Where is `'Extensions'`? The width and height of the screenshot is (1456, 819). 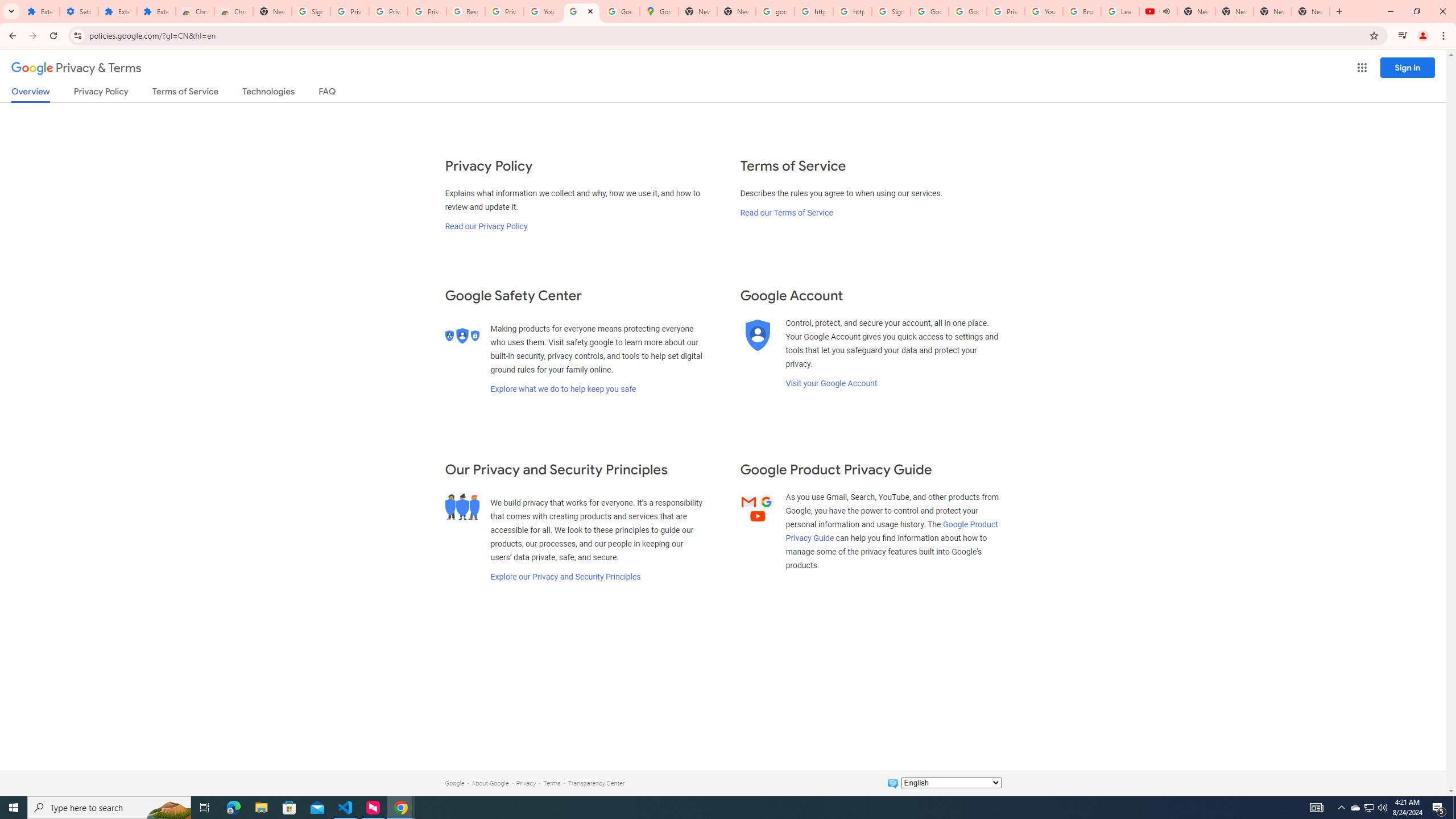
'Extensions' is located at coordinates (118, 11).